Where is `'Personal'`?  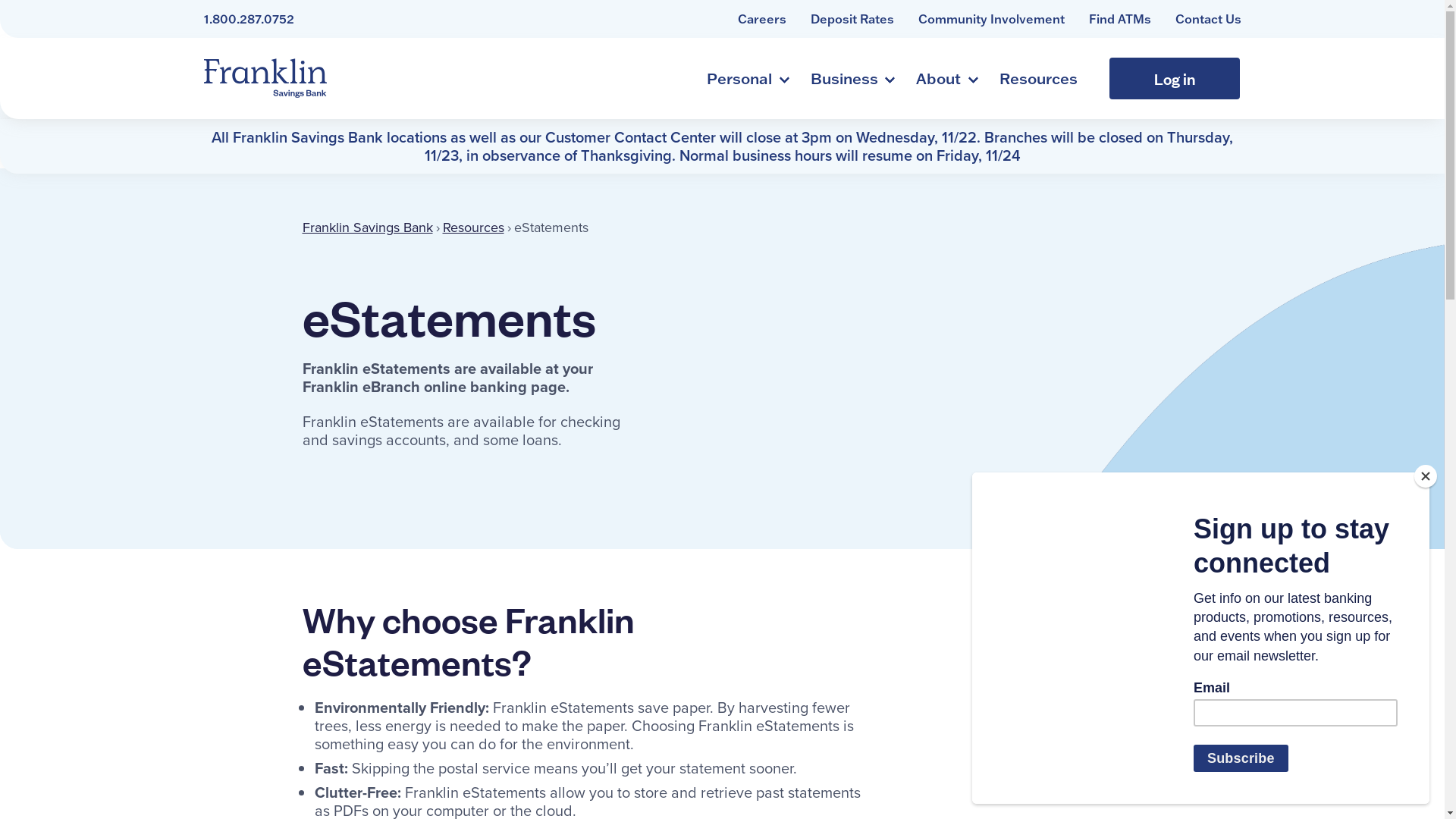 'Personal' is located at coordinates (694, 78).